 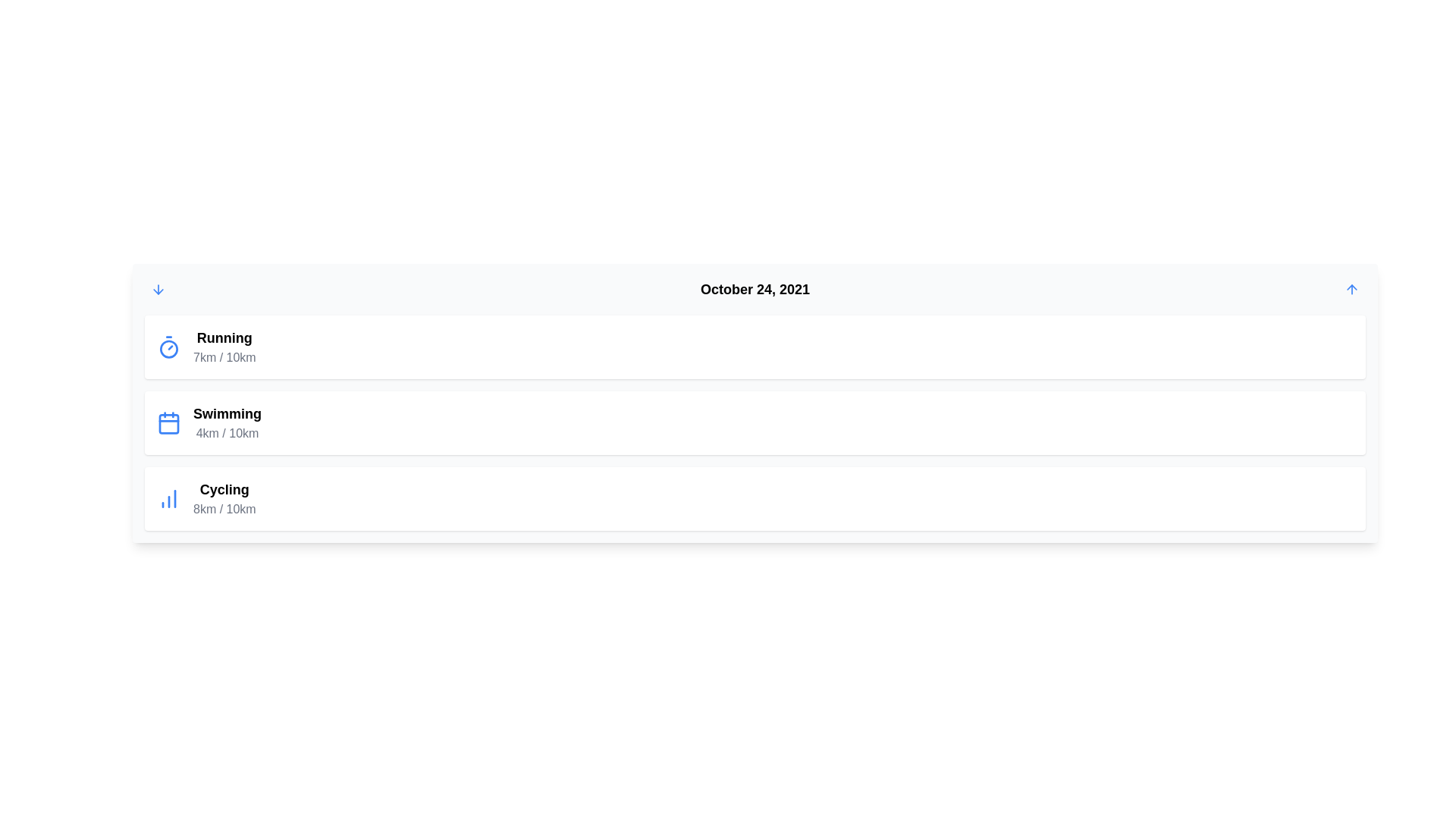 What do you see at coordinates (227, 433) in the screenshot?
I see `the text label that indicates the progress of swimming (4km out of 10km) located in the 'Swimming' section, directly below the title` at bounding box center [227, 433].